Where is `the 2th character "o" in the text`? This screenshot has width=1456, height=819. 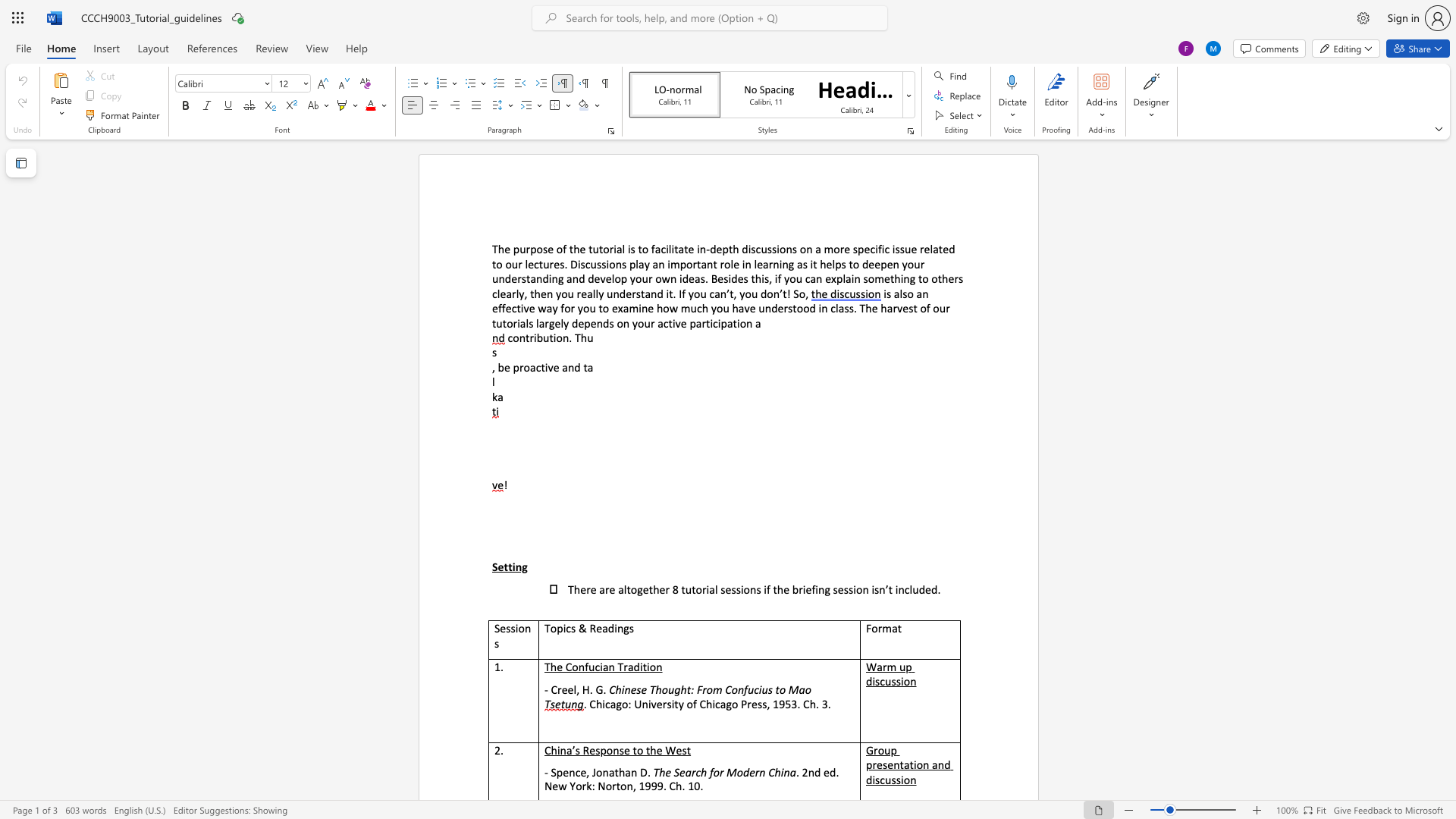 the 2th character "o" in the text is located at coordinates (698, 588).